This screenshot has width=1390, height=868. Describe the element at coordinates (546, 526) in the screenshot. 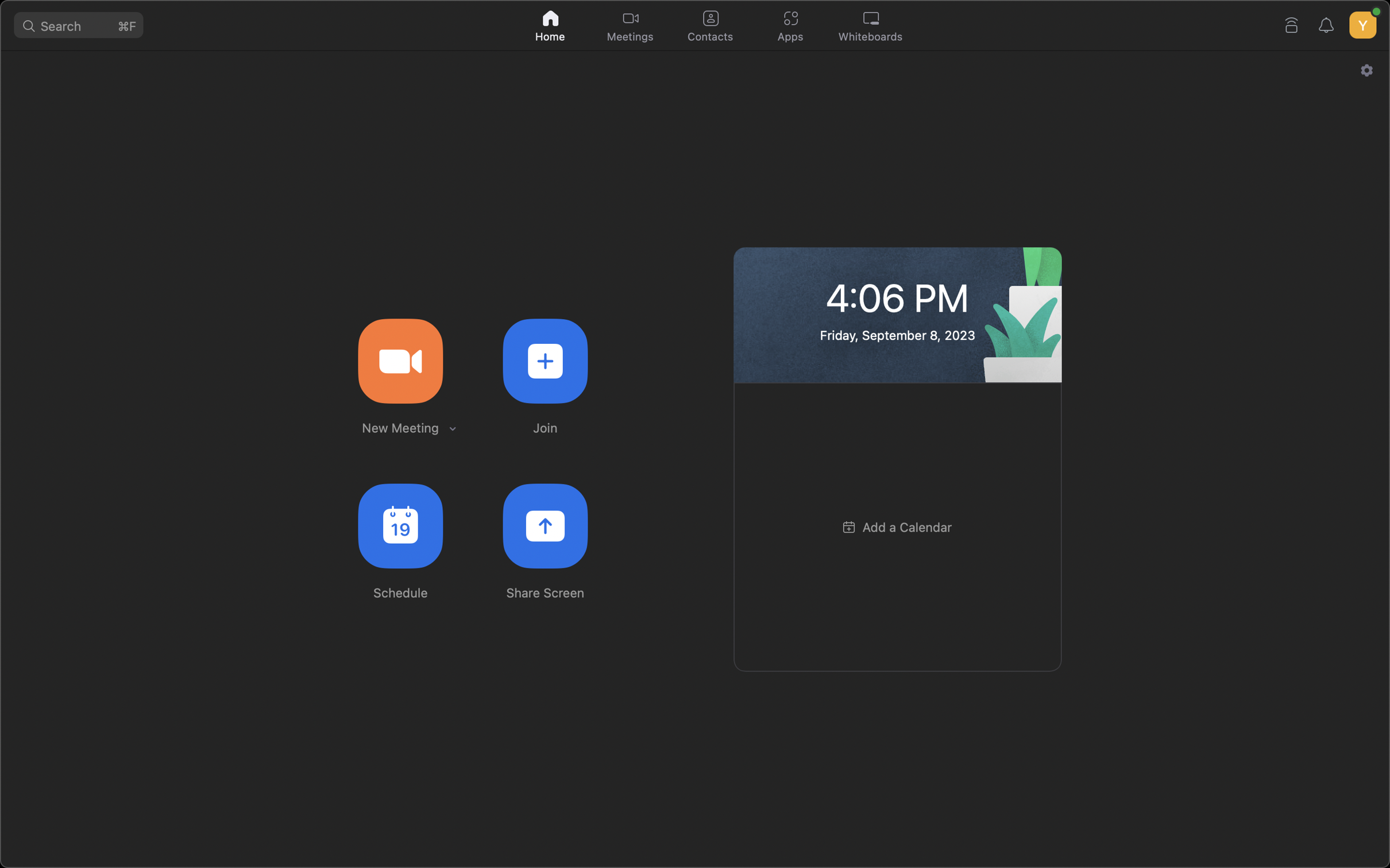

I see `Share your screen with the meeting participants` at that location.